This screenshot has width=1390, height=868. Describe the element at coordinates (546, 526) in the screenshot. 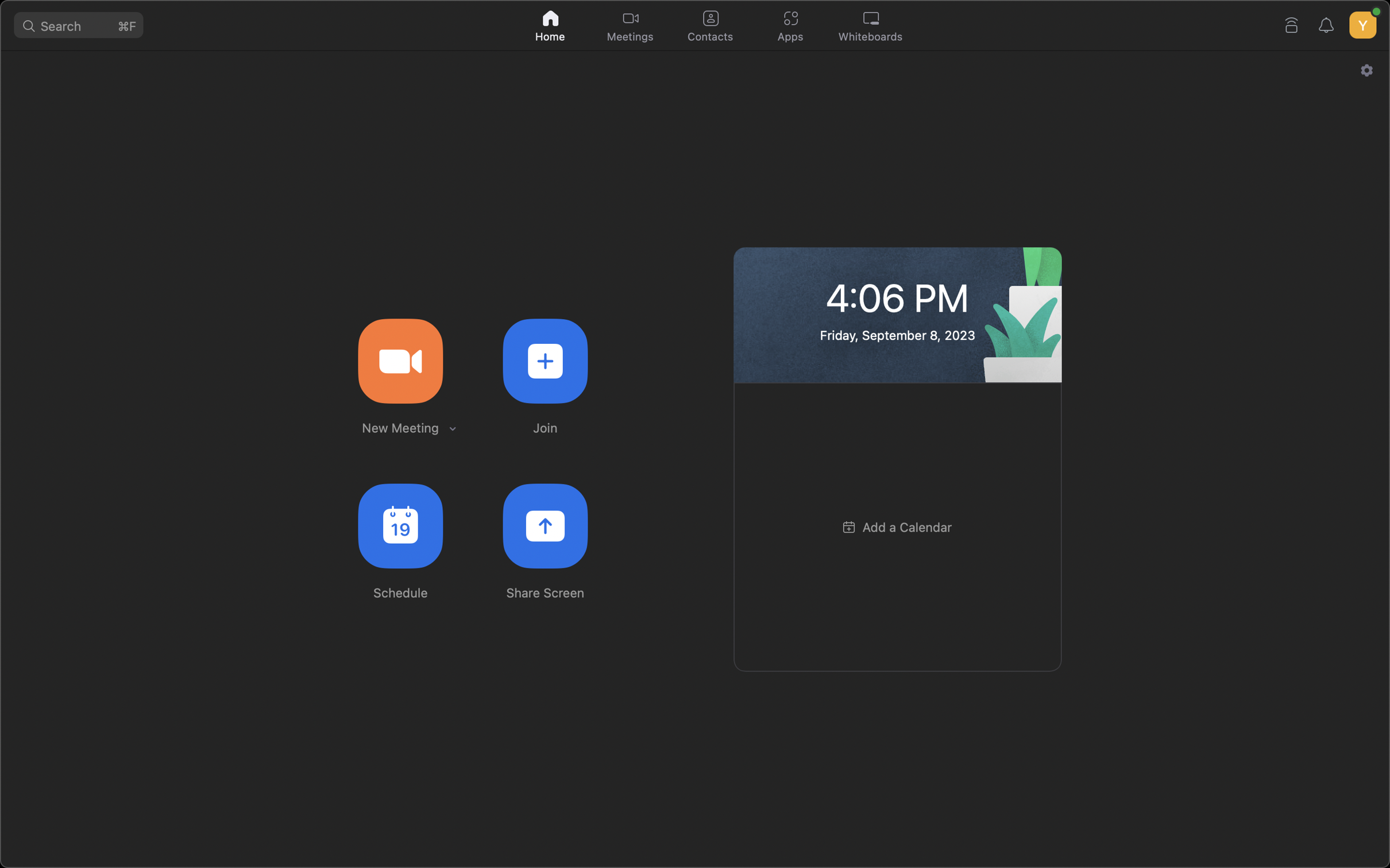

I see `Share your screen with the meeting participants` at that location.